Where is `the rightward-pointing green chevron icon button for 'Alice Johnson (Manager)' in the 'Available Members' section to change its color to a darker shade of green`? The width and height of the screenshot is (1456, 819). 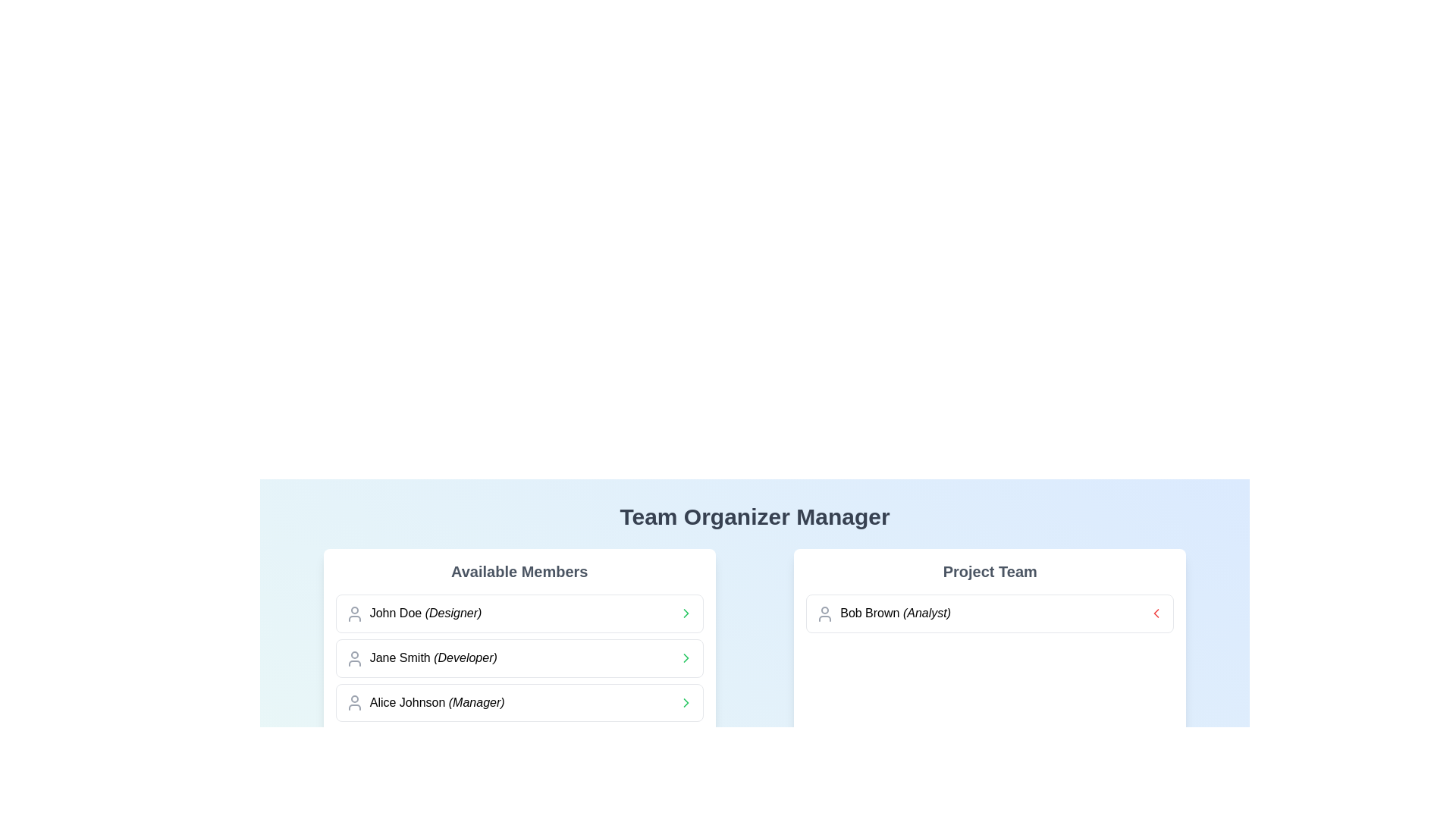 the rightward-pointing green chevron icon button for 'Alice Johnson (Manager)' in the 'Available Members' section to change its color to a darker shade of green is located at coordinates (685, 702).